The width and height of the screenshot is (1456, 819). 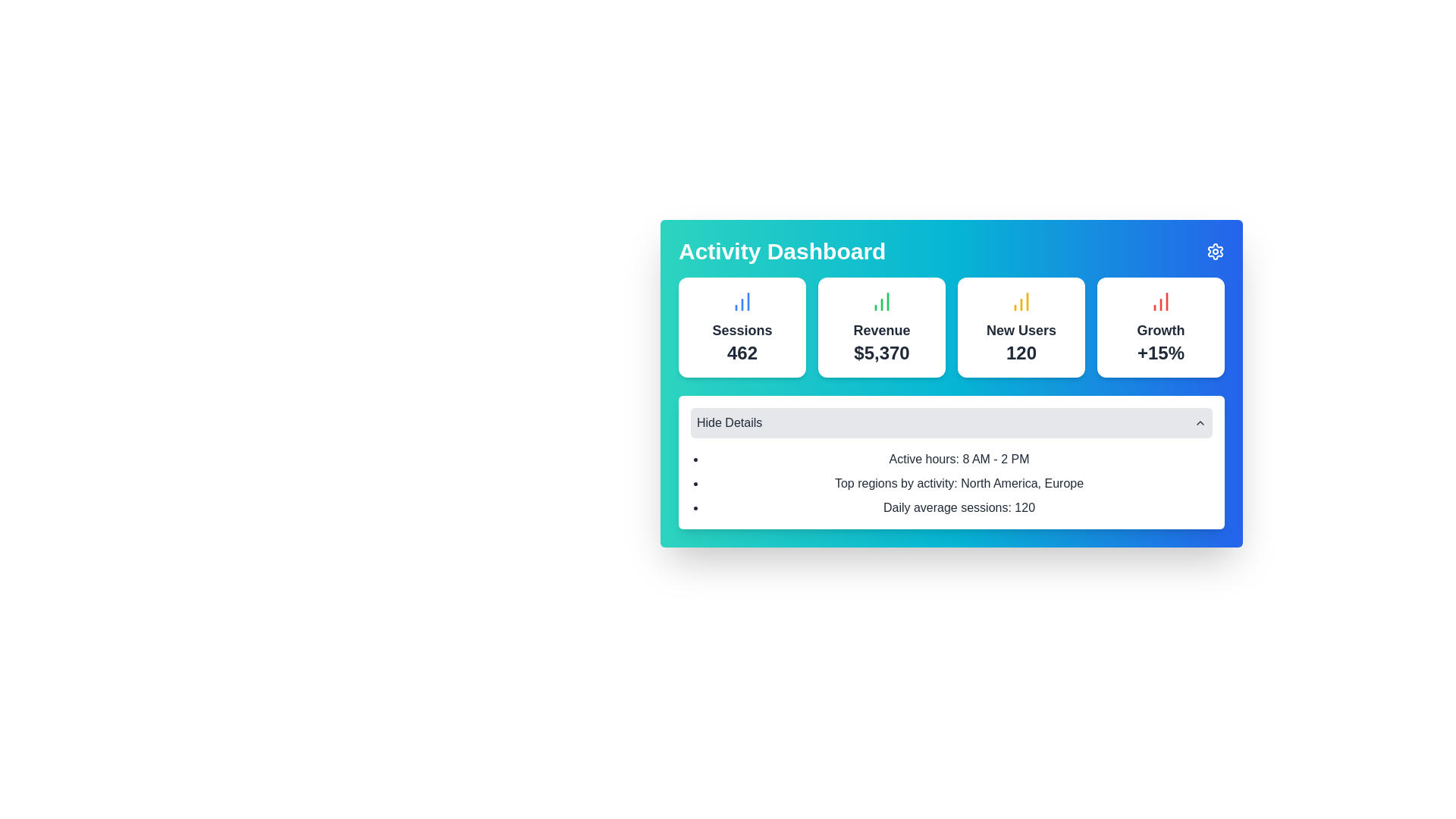 What do you see at coordinates (1200, 423) in the screenshot?
I see `the chevron icon located to the right edge of the 'Hide Details' button` at bounding box center [1200, 423].